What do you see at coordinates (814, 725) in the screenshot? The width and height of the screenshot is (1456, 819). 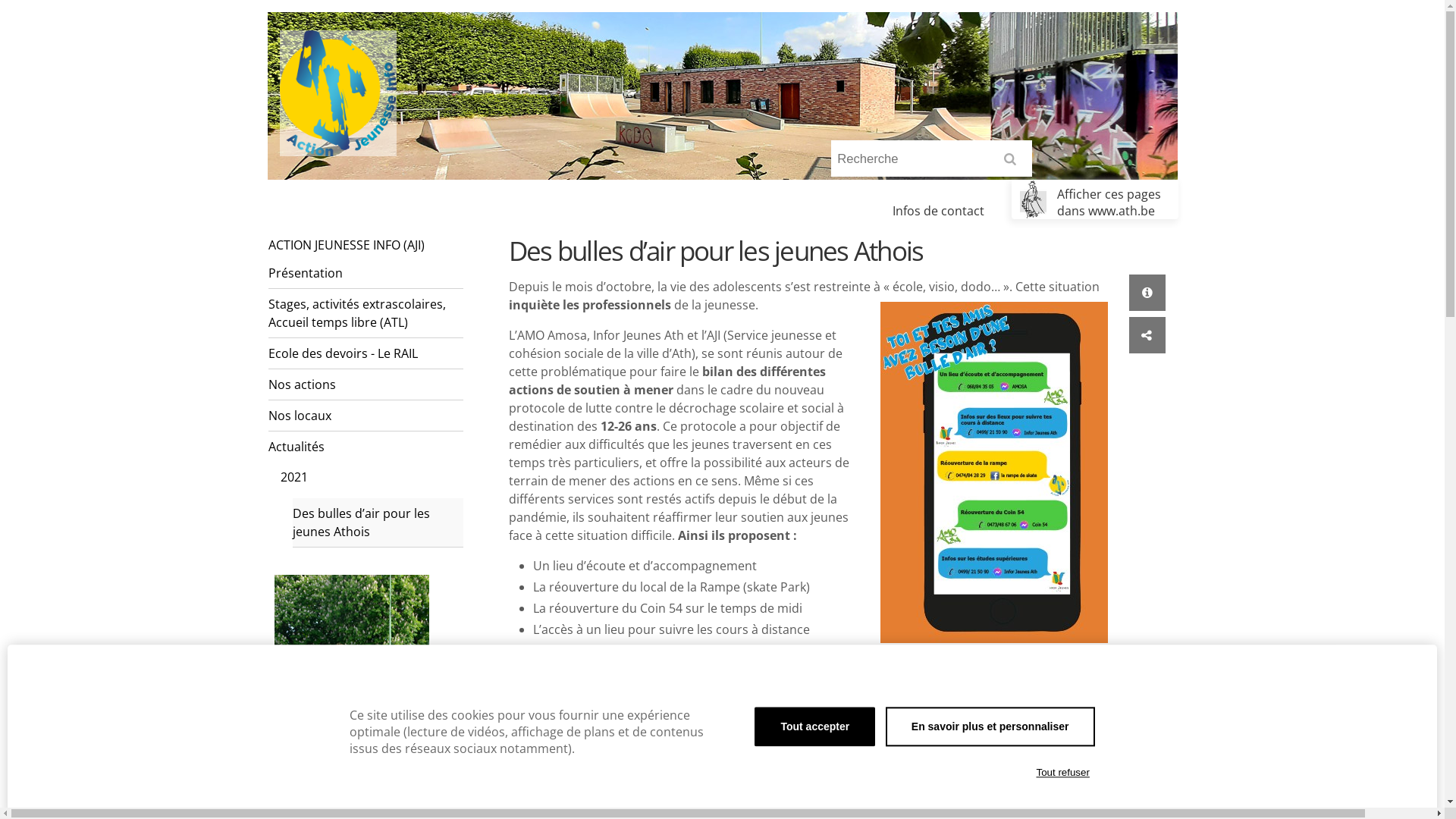 I see `'Tout accepter'` at bounding box center [814, 725].